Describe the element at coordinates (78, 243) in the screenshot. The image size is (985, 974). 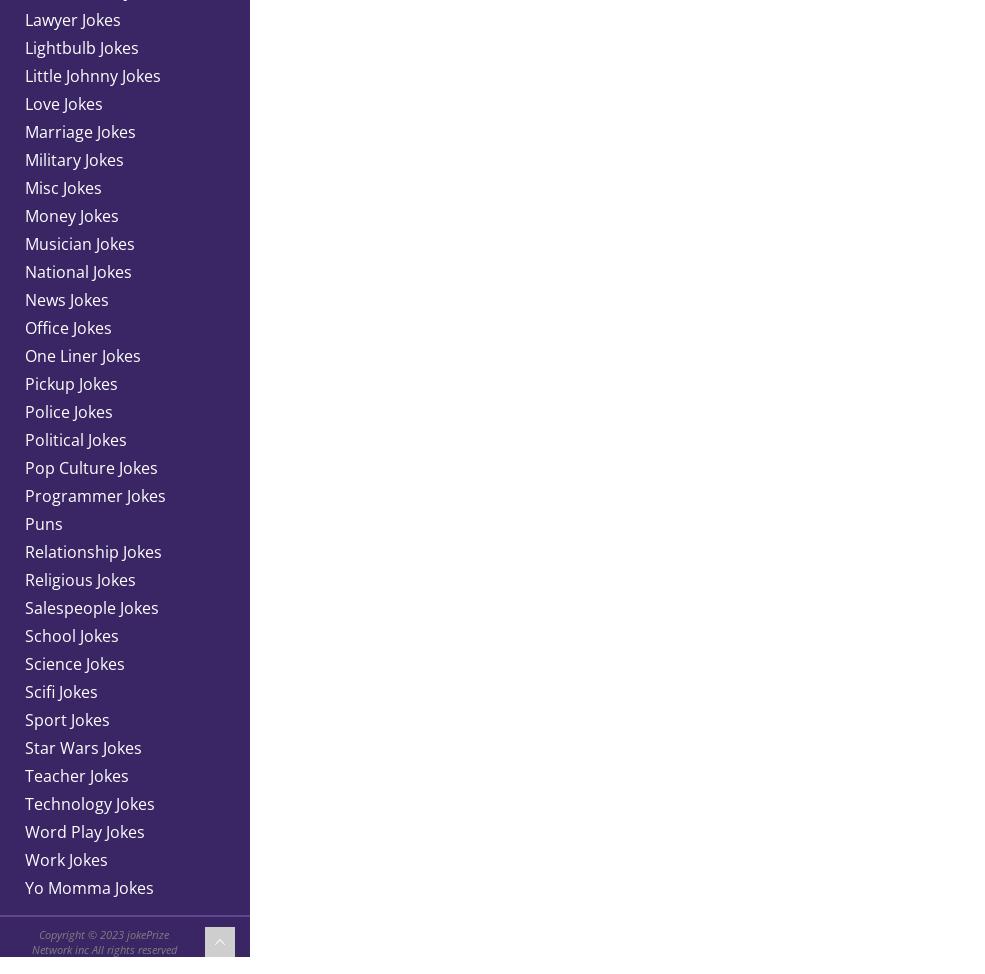
I see `'Musician Jokes'` at that location.